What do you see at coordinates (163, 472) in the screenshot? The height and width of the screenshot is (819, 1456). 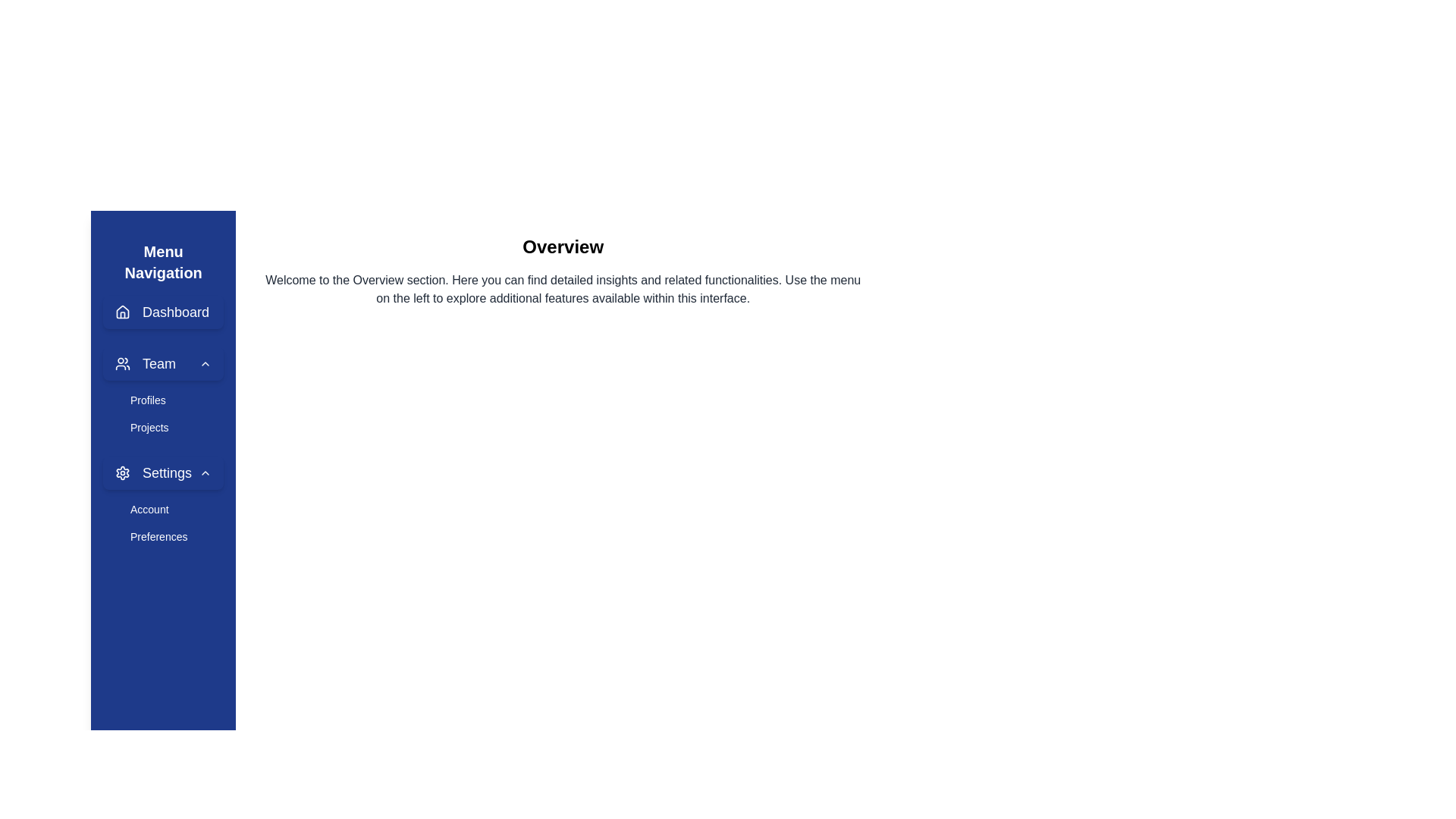 I see `the 'Settings' button in the sidebar navigation menu, which has a gear icon on the left and a chevron on the right` at bounding box center [163, 472].